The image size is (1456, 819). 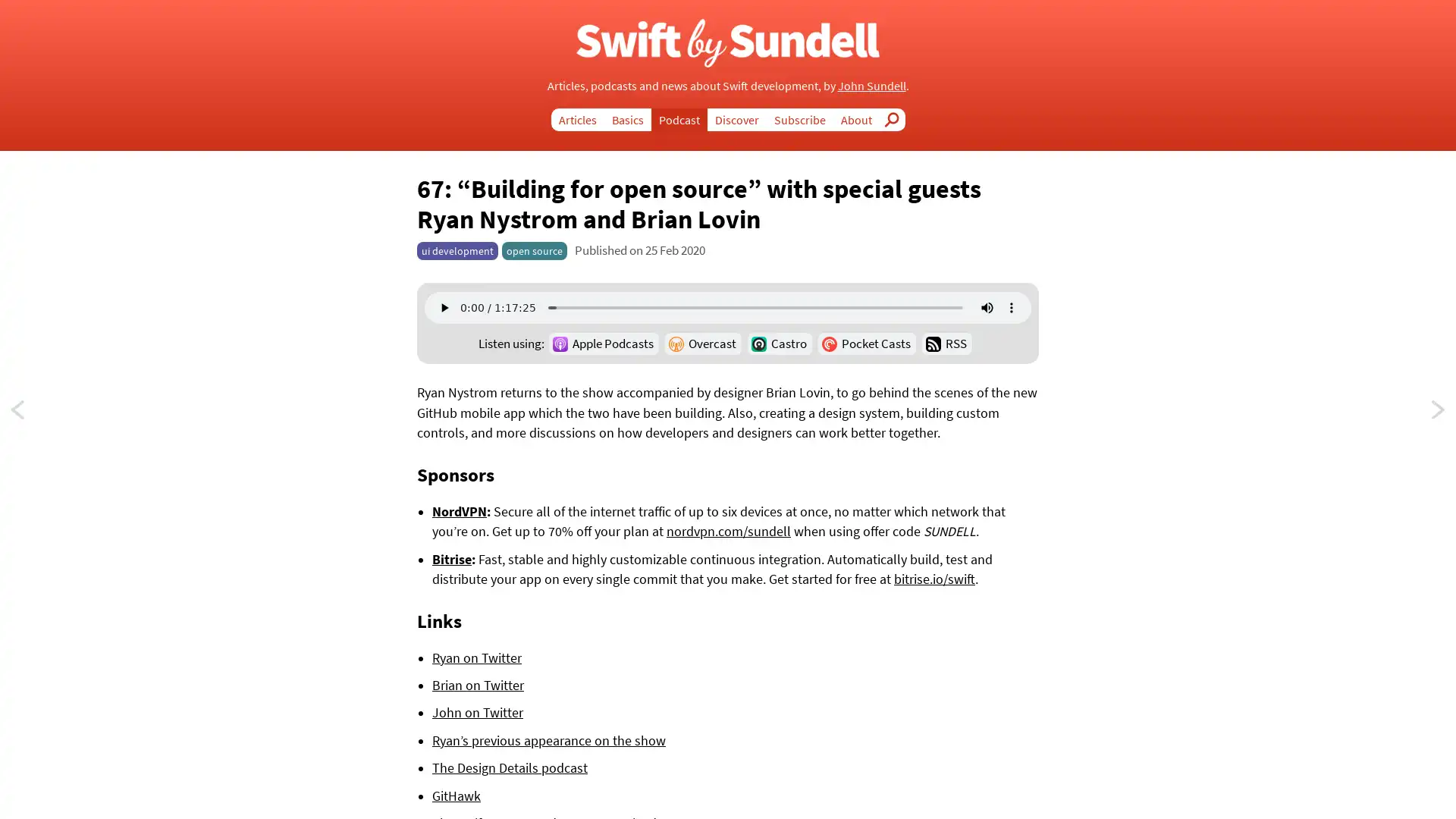 I want to click on show more media controls, so click(x=1012, y=307).